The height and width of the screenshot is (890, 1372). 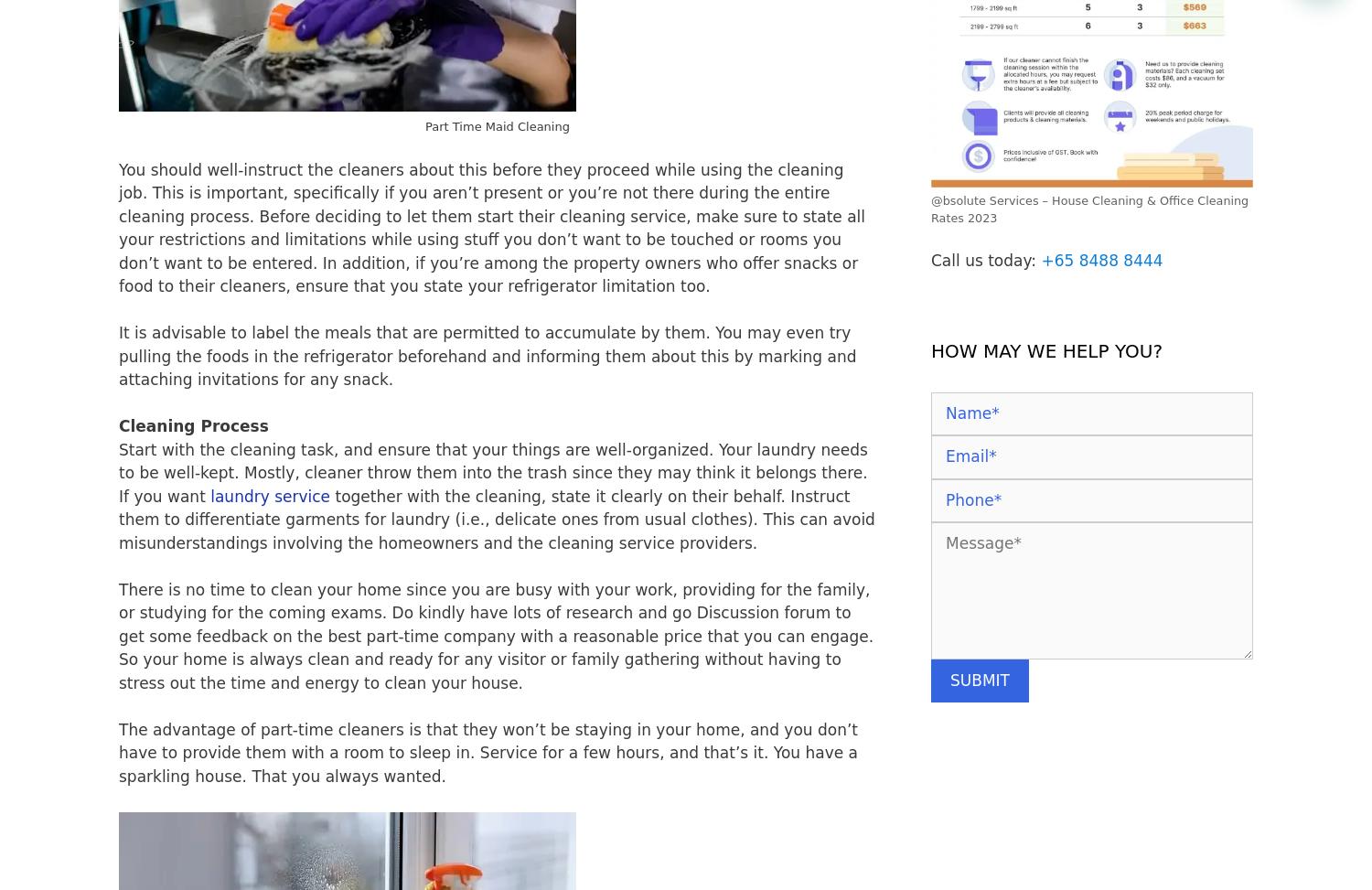 What do you see at coordinates (119, 519) in the screenshot?
I see `'together with the cleaning, state it clearly on their behalf. Instruct them to differentiate garments for laundry (i.e., delicate ones from usual clothes). This can avoid misunderstandings involving the homeowners and the cleaning service providers.'` at bounding box center [119, 519].